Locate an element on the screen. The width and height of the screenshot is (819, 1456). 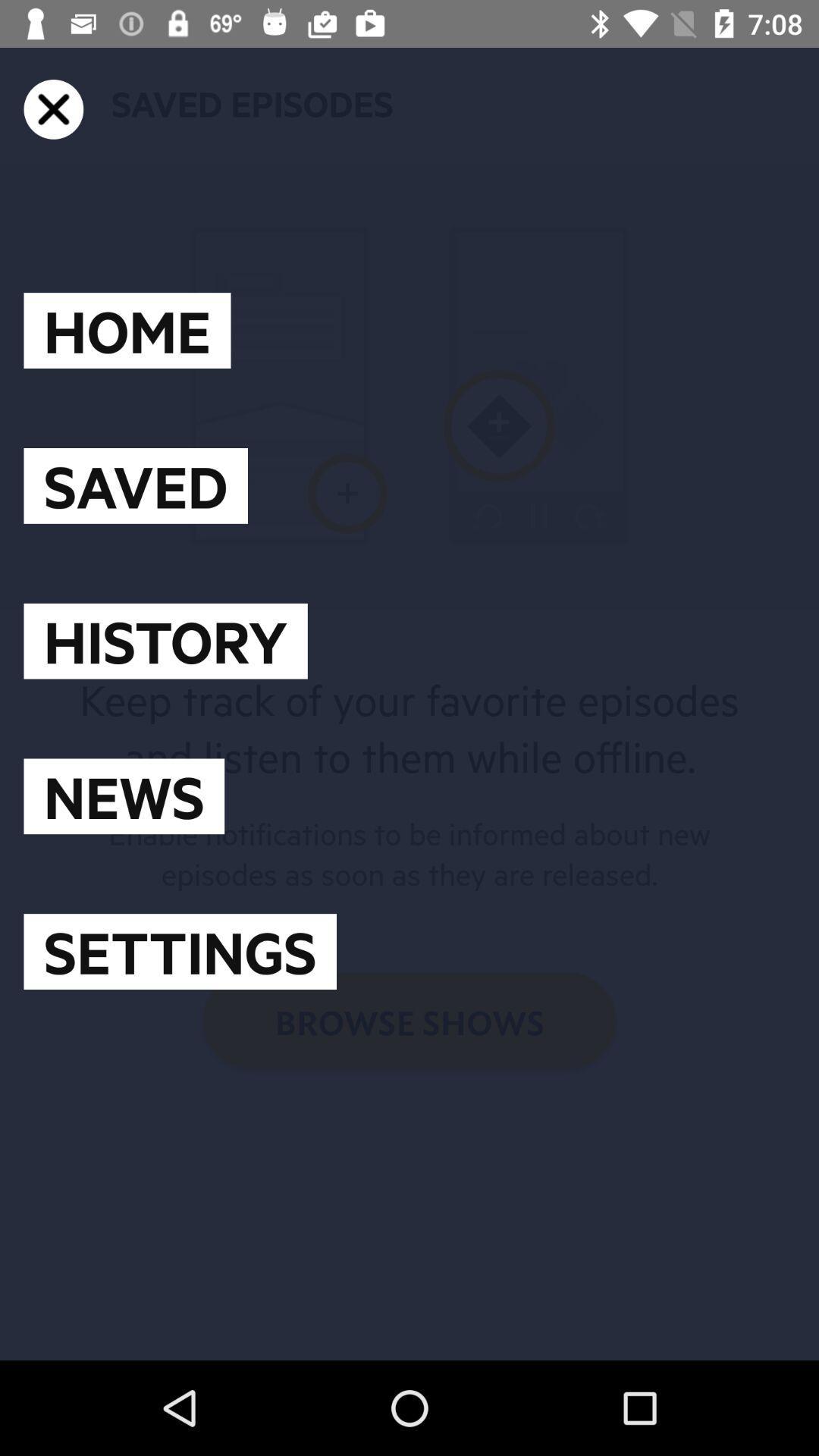
the history is located at coordinates (165, 641).